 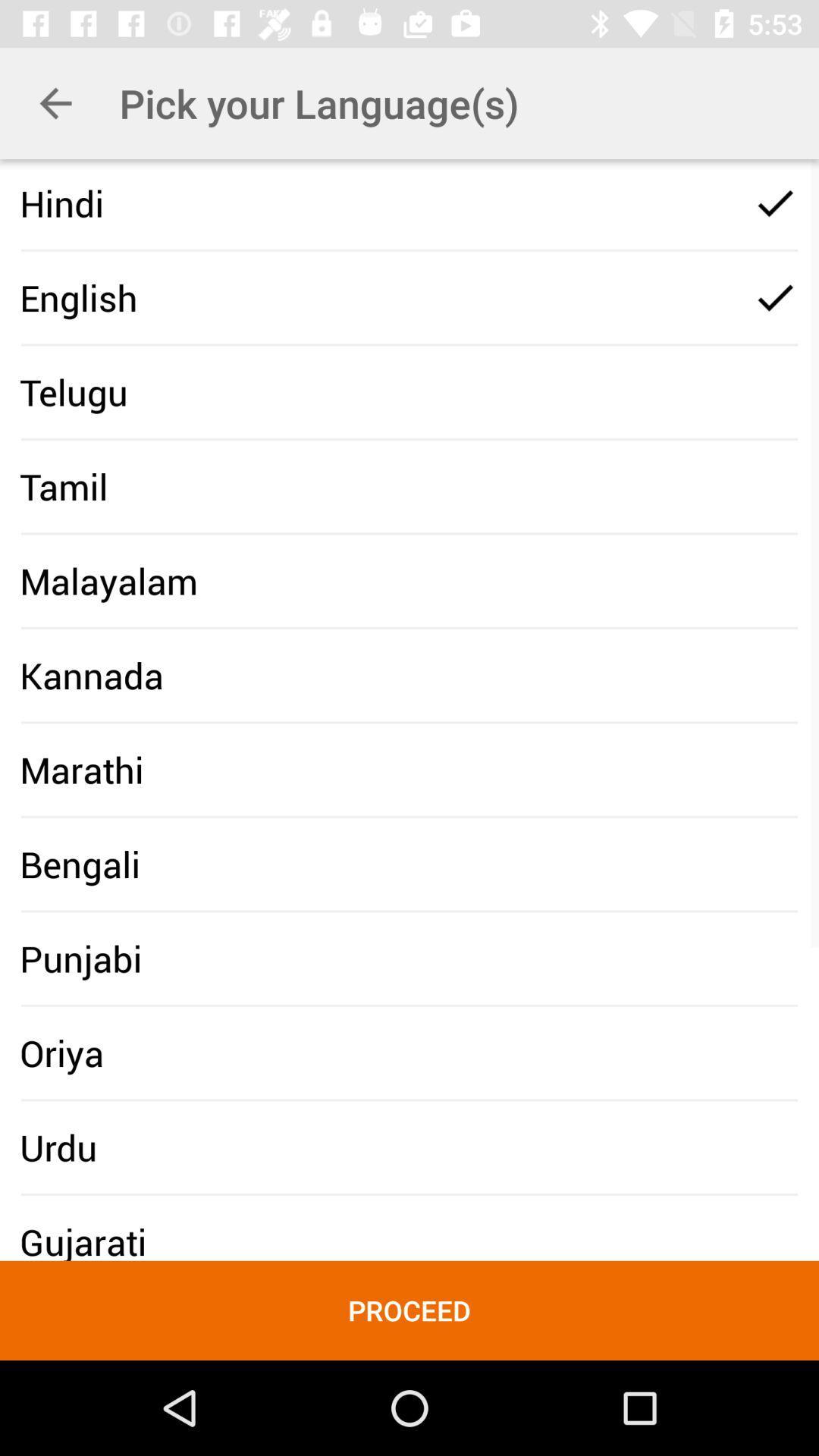 I want to click on the item below urdu icon, so click(x=409, y=1310).